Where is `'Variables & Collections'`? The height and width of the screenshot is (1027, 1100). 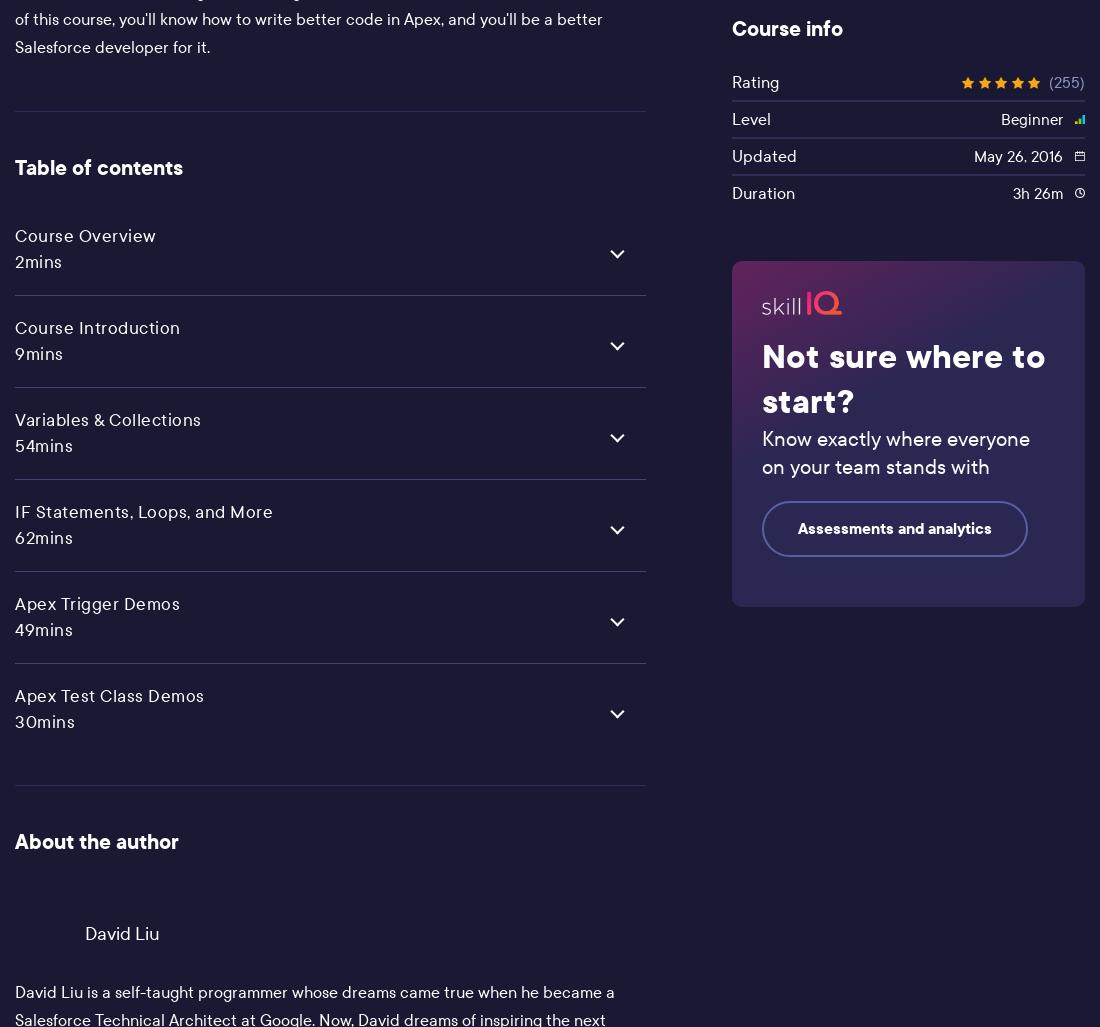
'Variables & Collections' is located at coordinates (108, 419).